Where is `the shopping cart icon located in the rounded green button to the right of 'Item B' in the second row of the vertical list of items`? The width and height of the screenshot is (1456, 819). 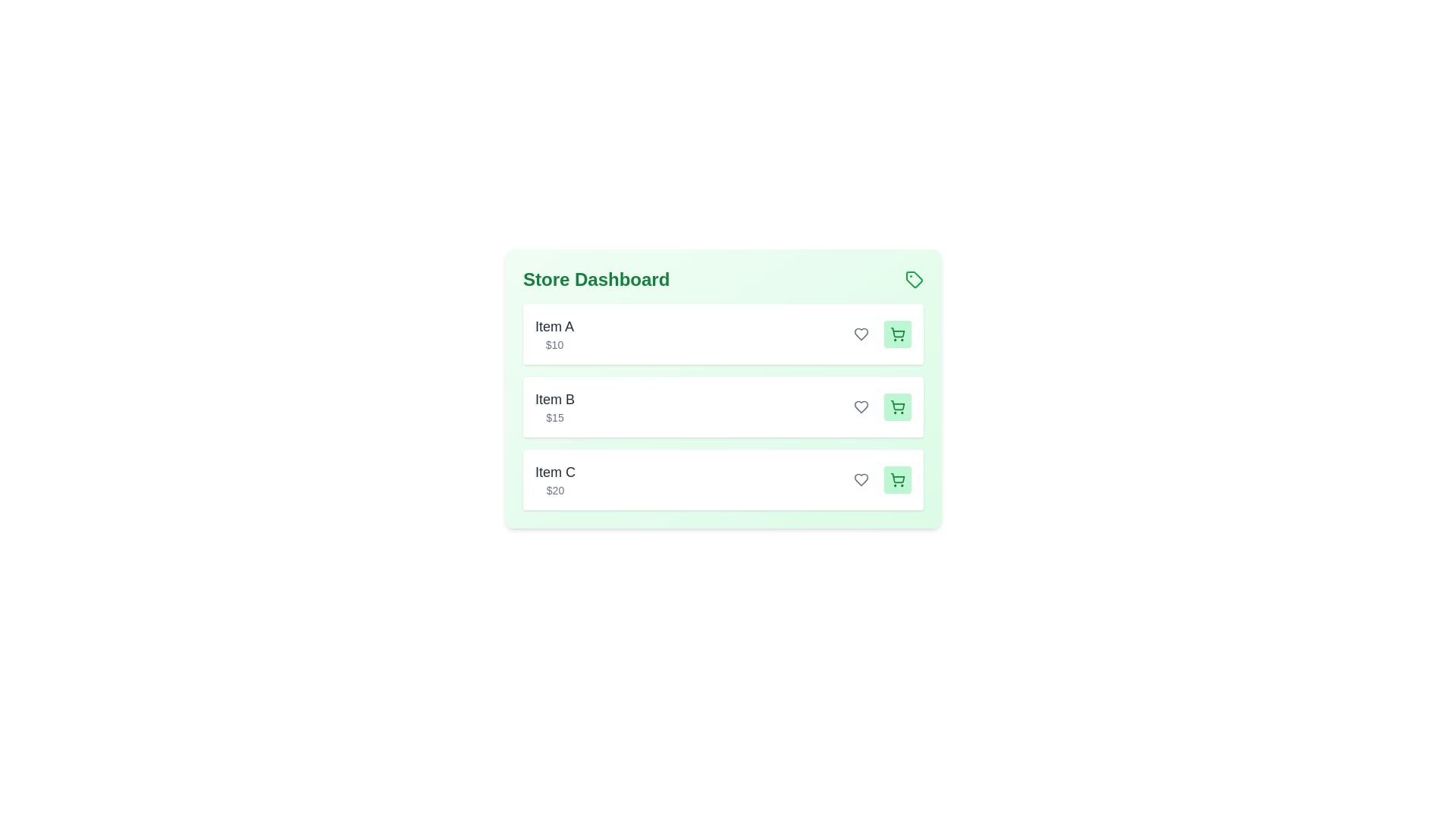 the shopping cart icon located in the rounded green button to the right of 'Item B' in the second row of the vertical list of items is located at coordinates (898, 406).